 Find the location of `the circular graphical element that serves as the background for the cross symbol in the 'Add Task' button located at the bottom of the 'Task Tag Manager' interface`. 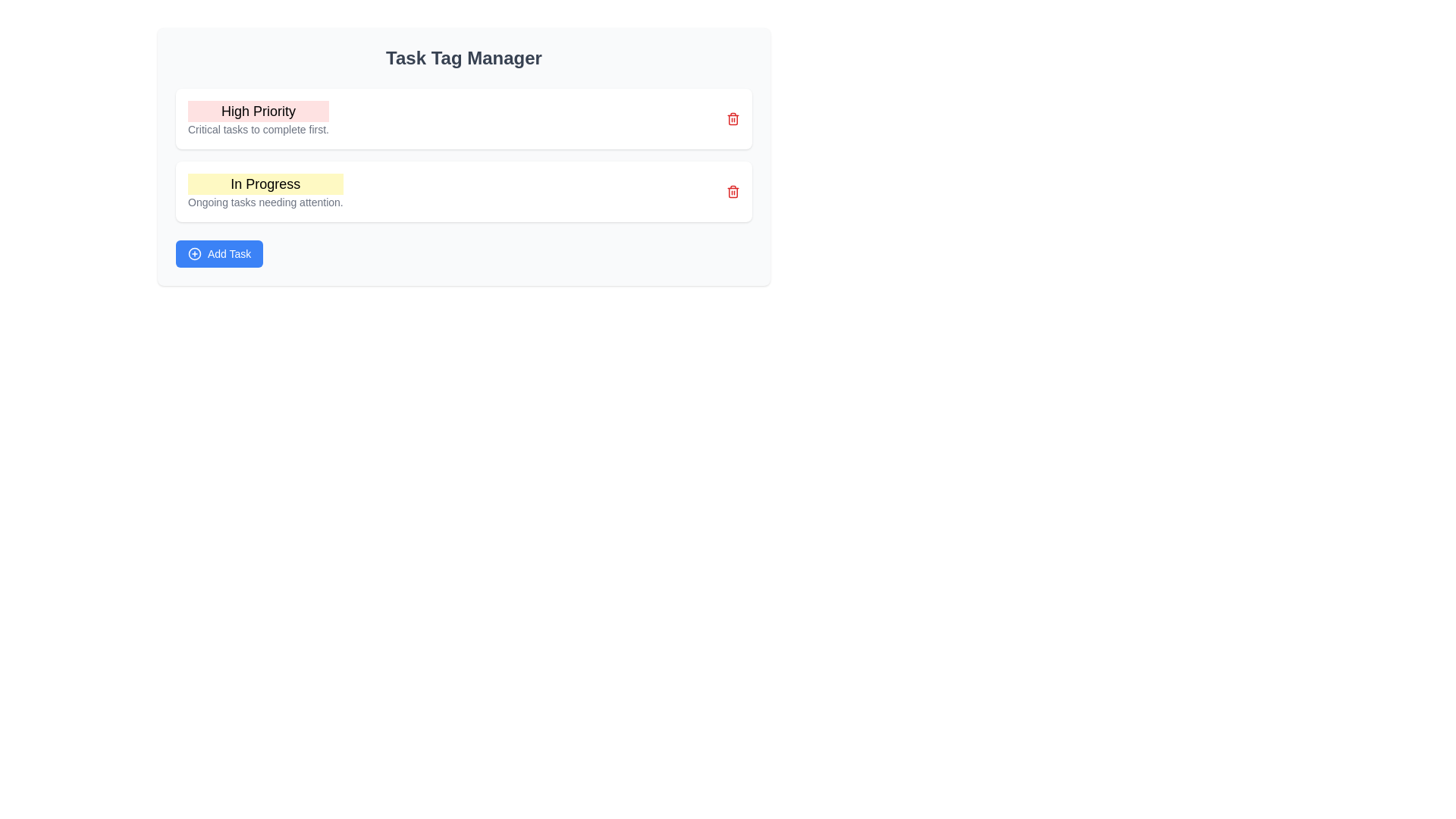

the circular graphical element that serves as the background for the cross symbol in the 'Add Task' button located at the bottom of the 'Task Tag Manager' interface is located at coordinates (194, 253).